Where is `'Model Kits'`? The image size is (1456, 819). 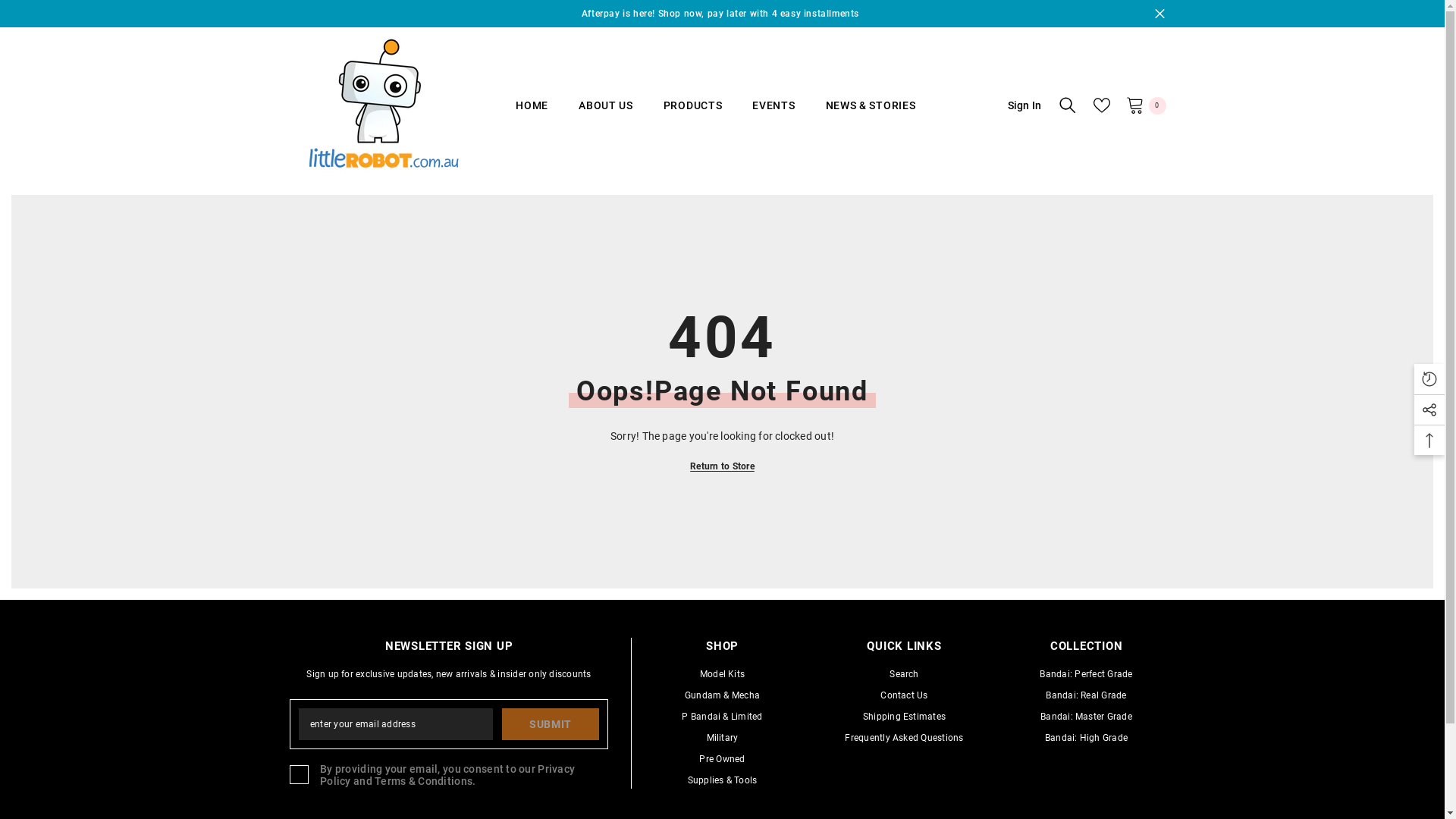
'Model Kits' is located at coordinates (698, 673).